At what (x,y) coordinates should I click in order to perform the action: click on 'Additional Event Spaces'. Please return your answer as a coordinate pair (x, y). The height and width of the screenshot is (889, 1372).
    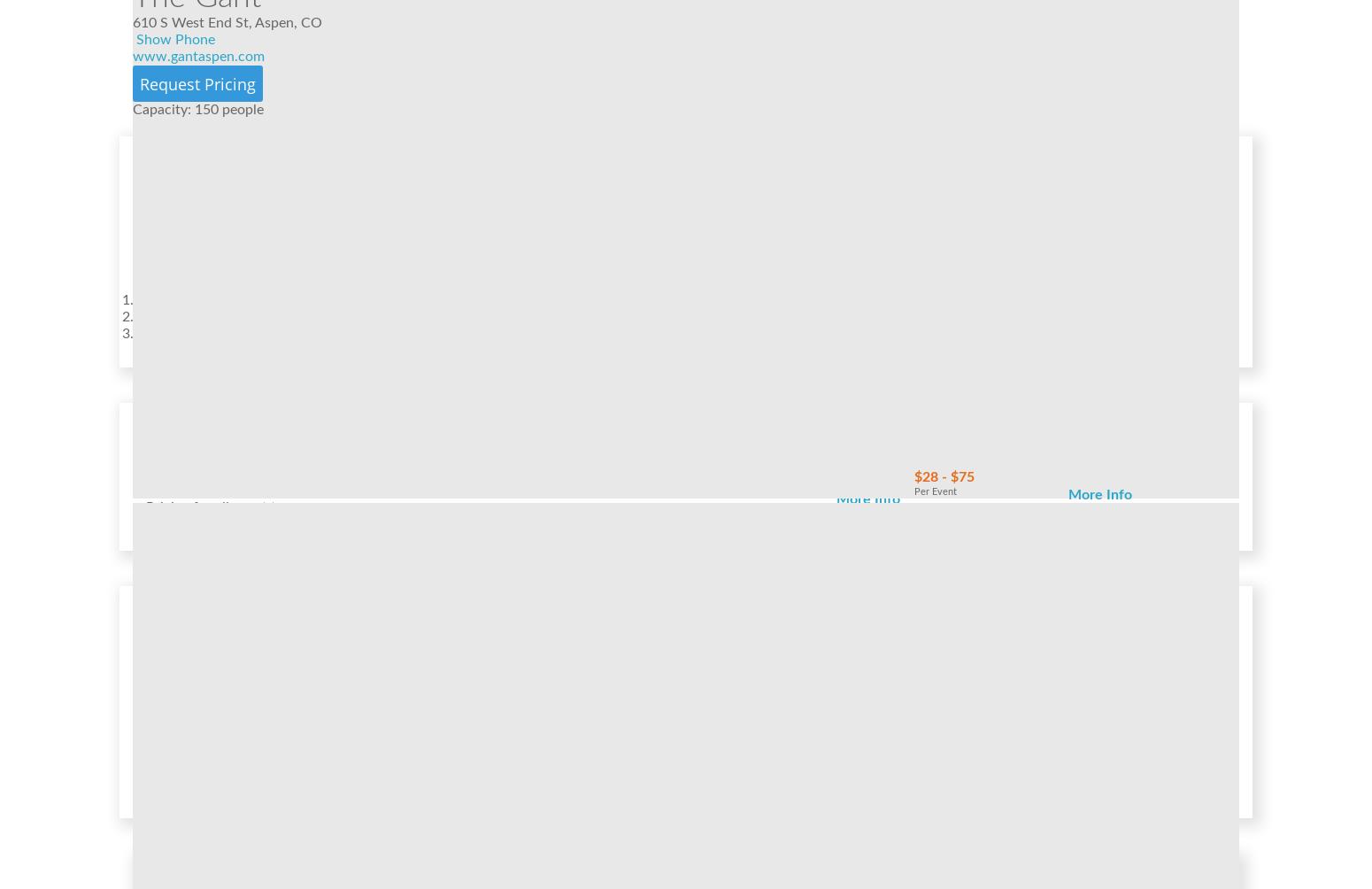
    Looking at the image, I should click on (197, 654).